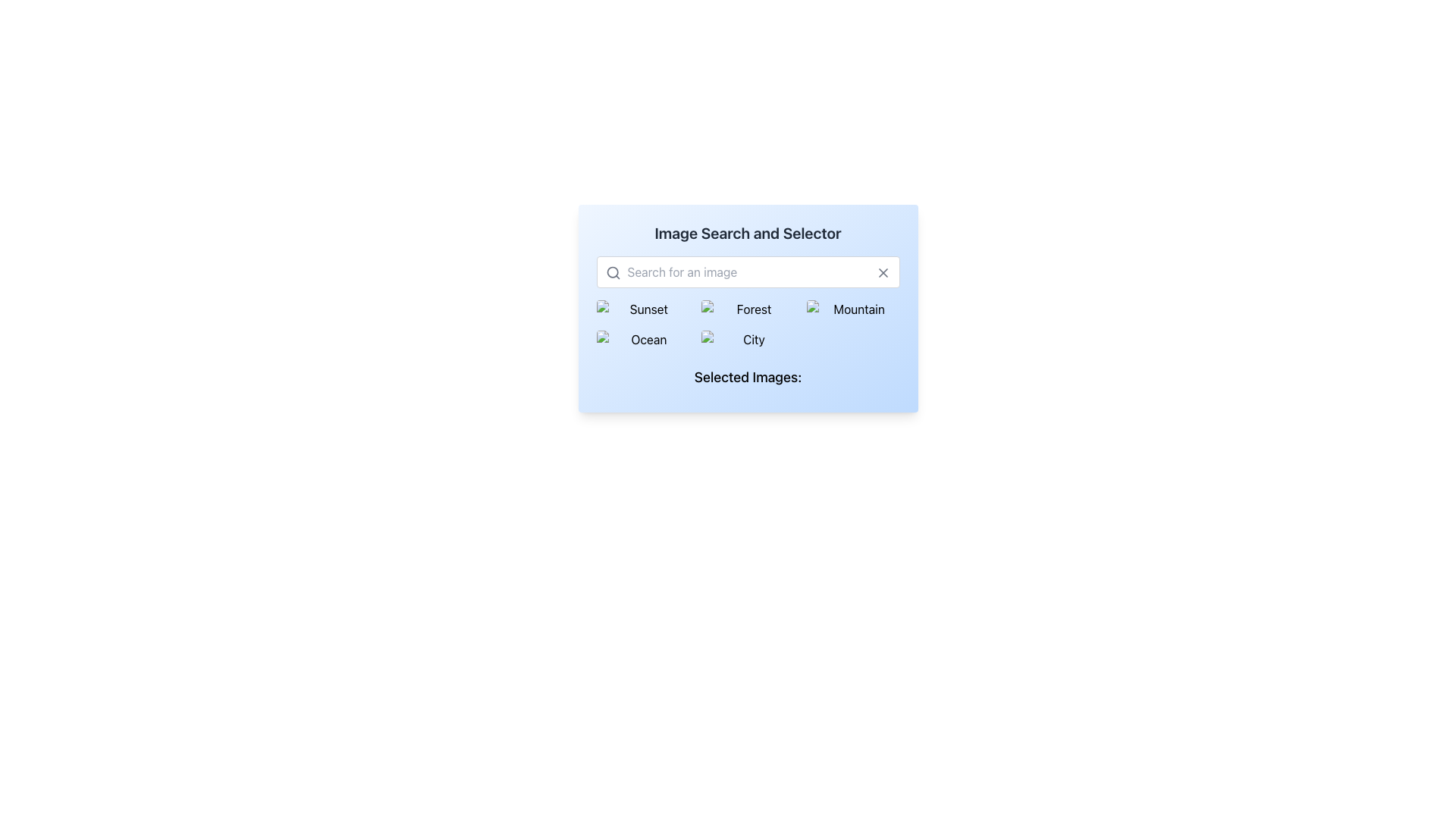 The width and height of the screenshot is (1456, 819). What do you see at coordinates (642, 338) in the screenshot?
I see `the interactive image thumbnail labeled 'Ocean'` at bounding box center [642, 338].